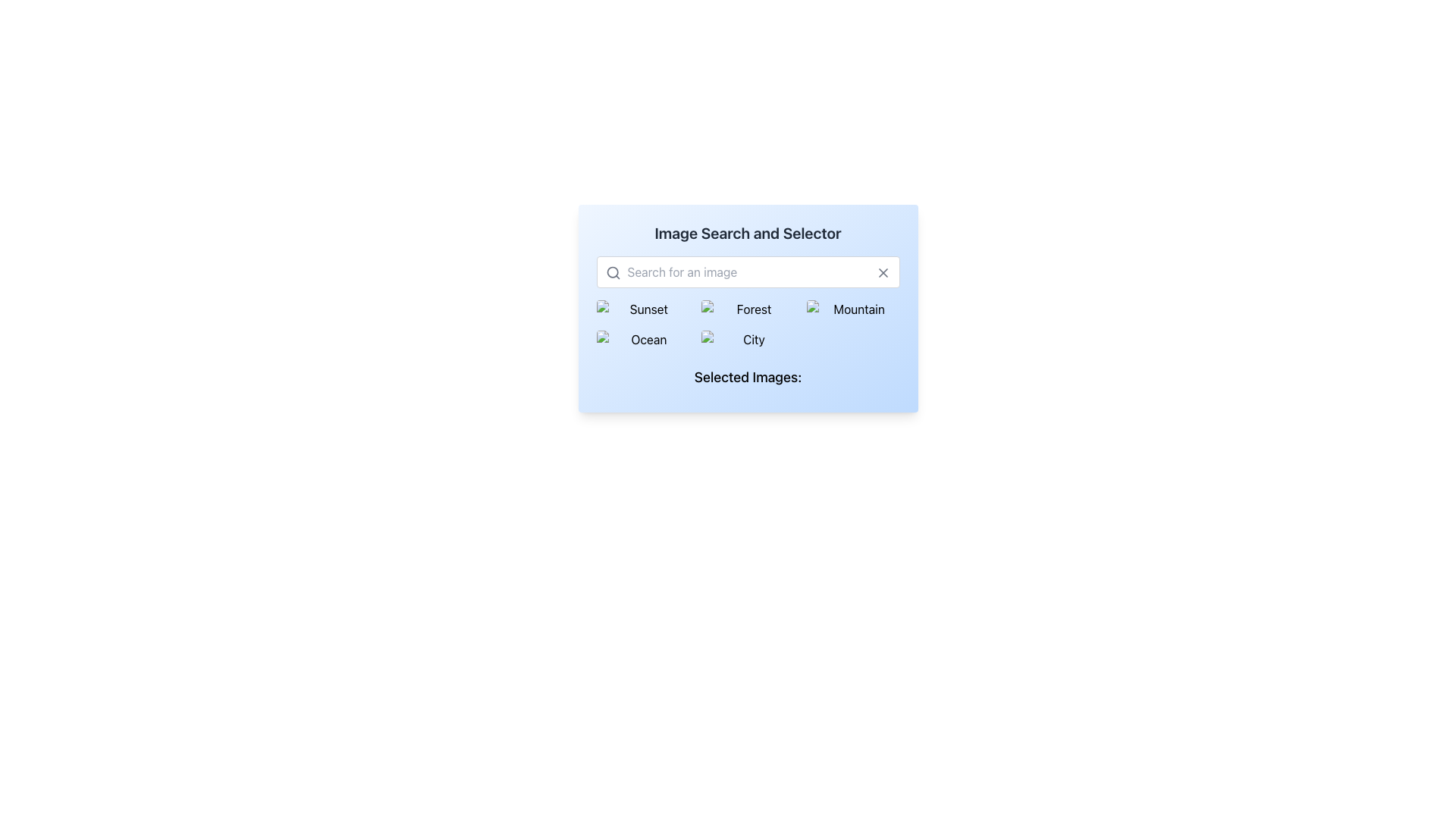 The width and height of the screenshot is (1456, 819). What do you see at coordinates (642, 338) in the screenshot?
I see `the interactive image thumbnail labeled 'Ocean'` at bounding box center [642, 338].